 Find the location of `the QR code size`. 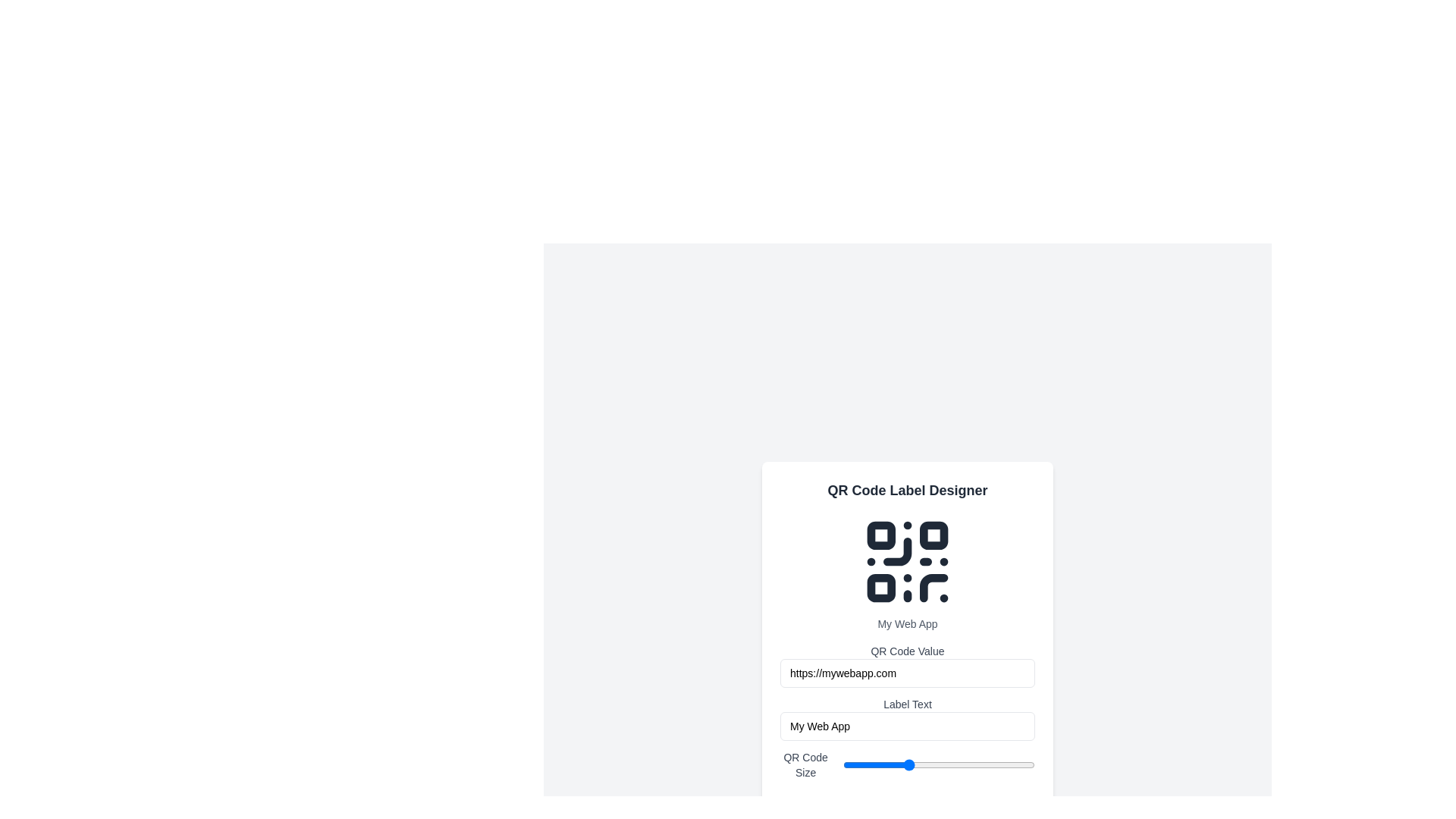

the QR code size is located at coordinates (869, 765).